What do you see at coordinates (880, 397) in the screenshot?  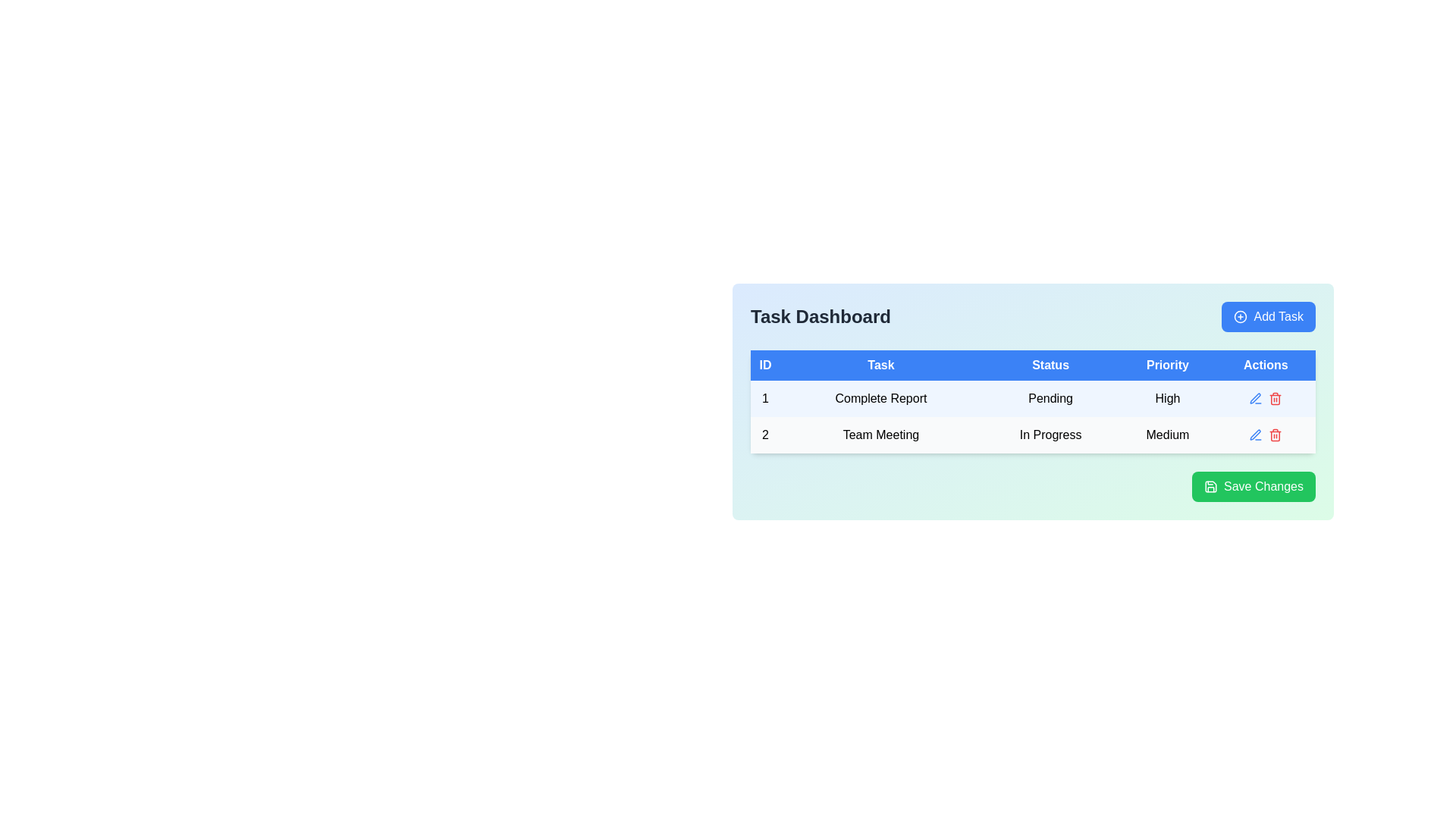 I see `the text label displaying 'Complete Report' in the 'Task' column of the 'Task Dashboard' table` at bounding box center [880, 397].